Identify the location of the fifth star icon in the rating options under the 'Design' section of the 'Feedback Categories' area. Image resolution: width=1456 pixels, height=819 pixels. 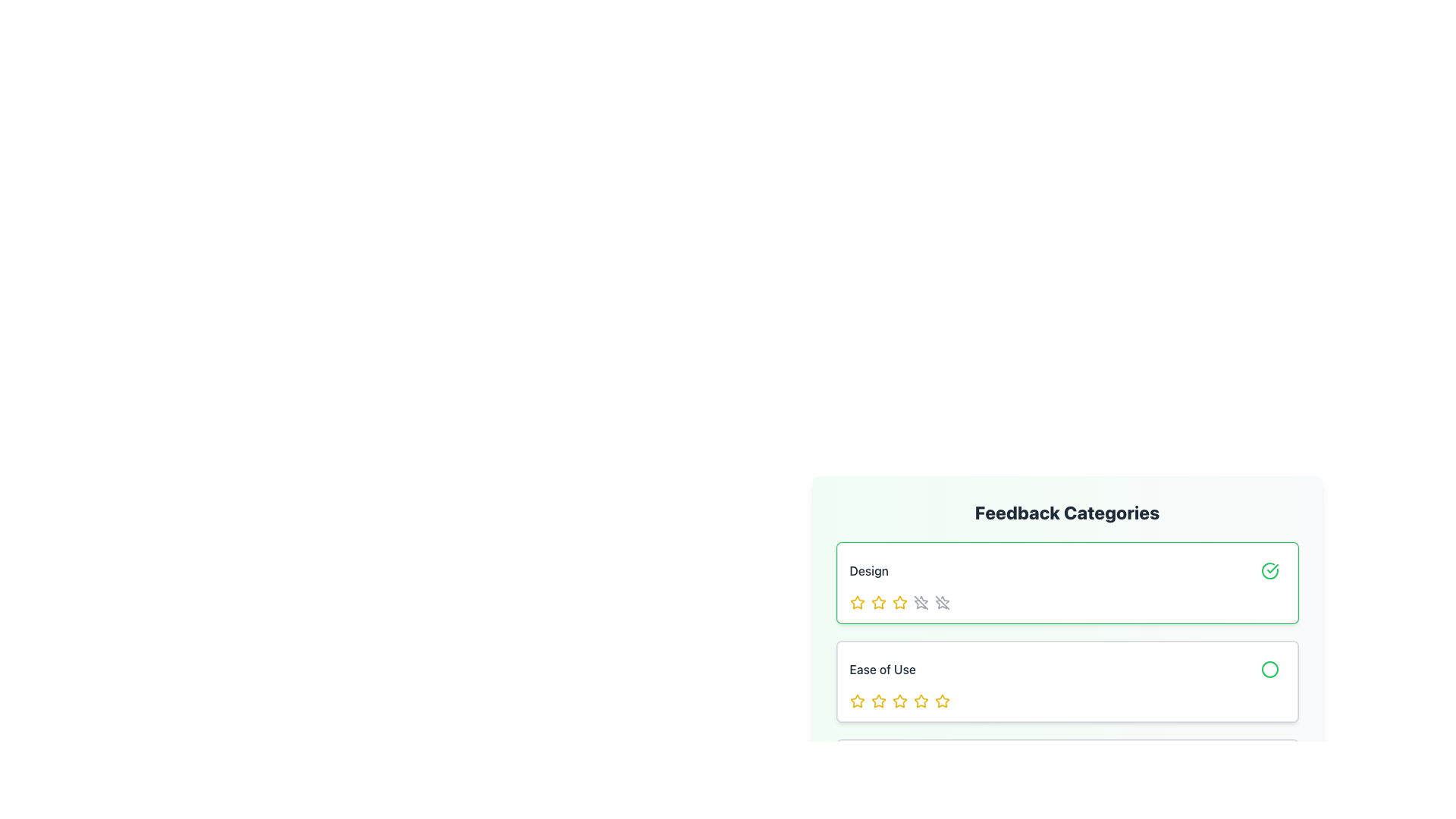
(941, 601).